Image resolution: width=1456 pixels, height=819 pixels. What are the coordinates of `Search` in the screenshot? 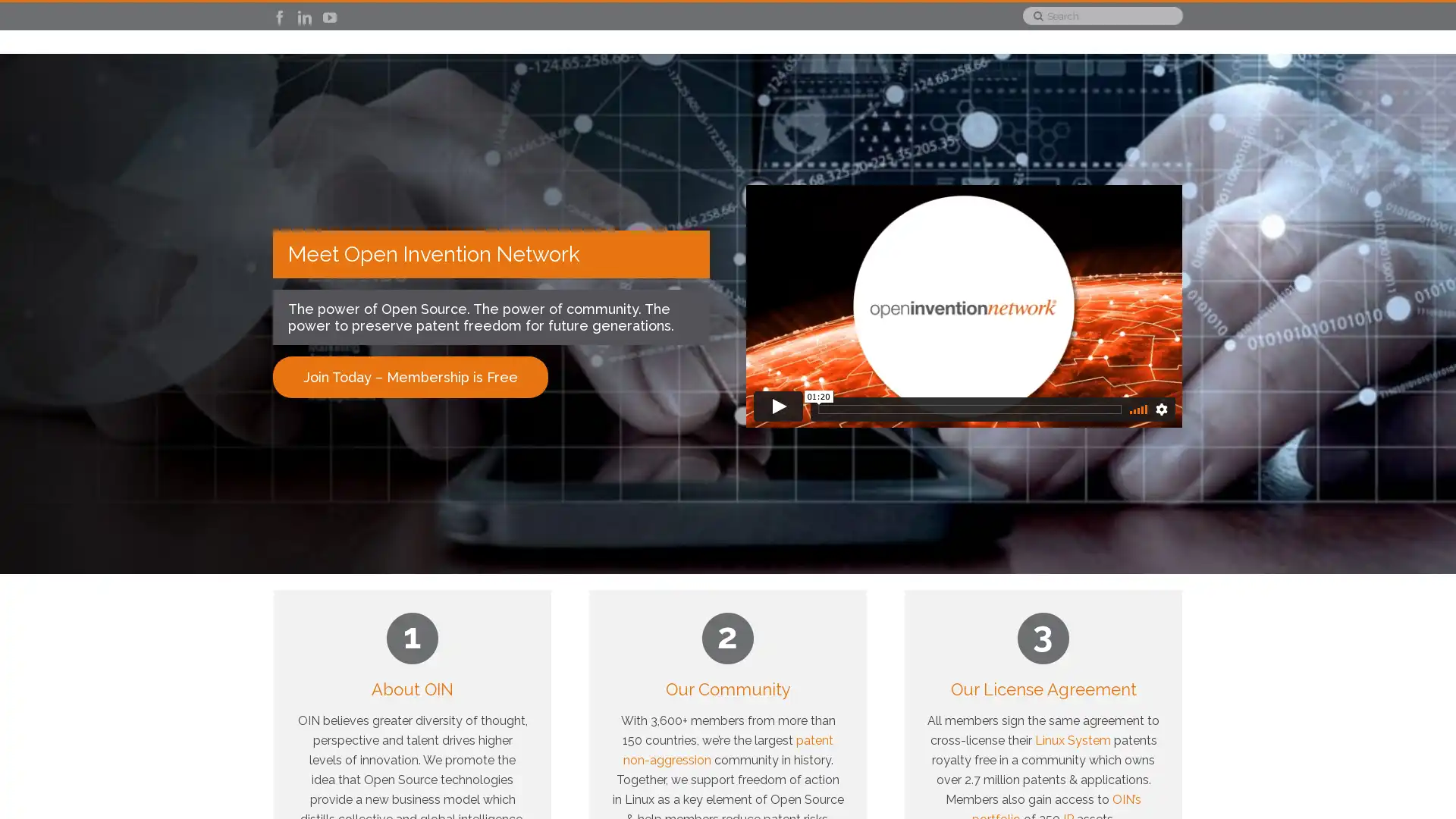 It's located at (1031, 15).